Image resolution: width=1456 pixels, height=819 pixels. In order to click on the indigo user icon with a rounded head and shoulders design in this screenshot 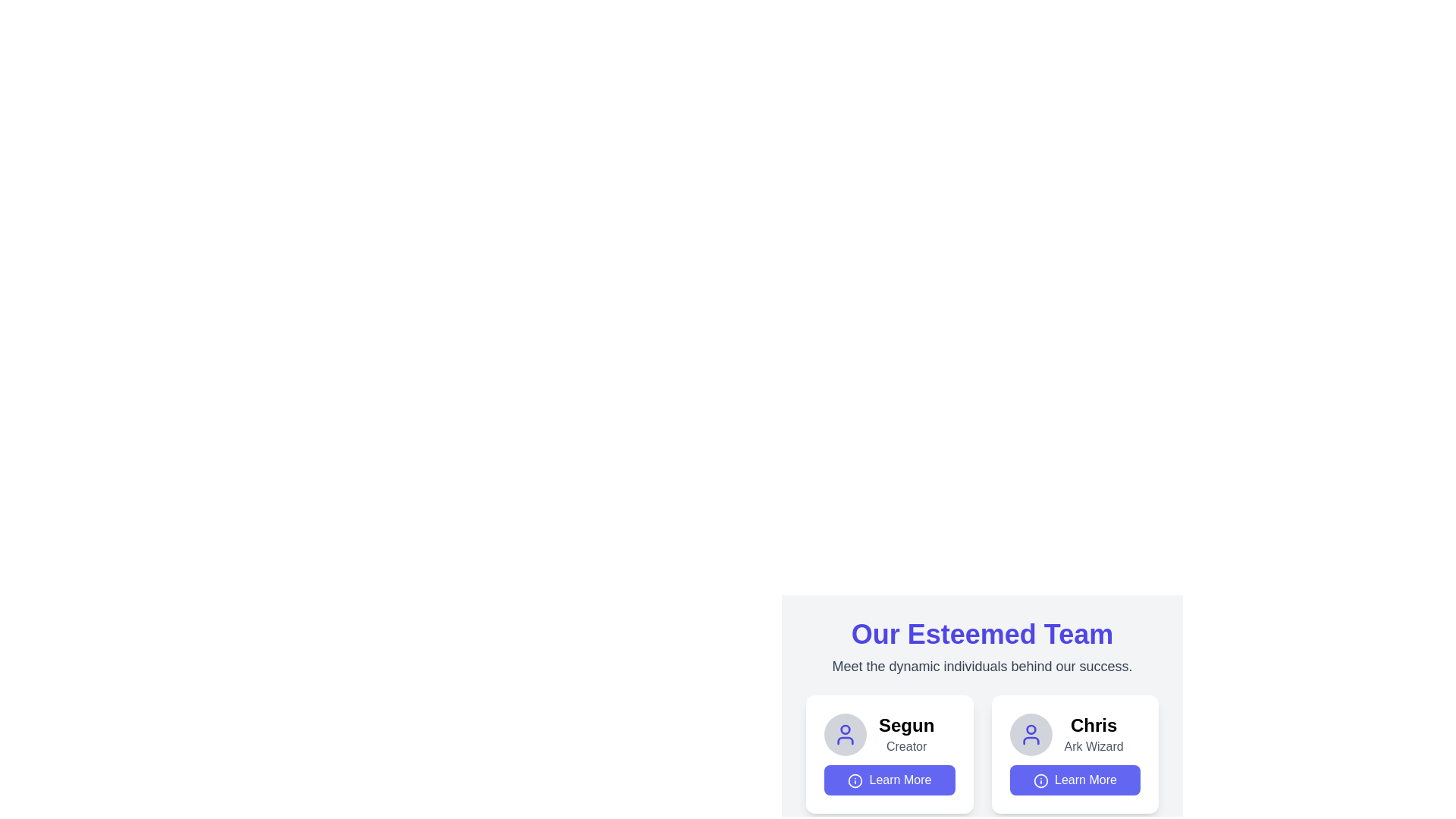, I will do `click(844, 733)`.